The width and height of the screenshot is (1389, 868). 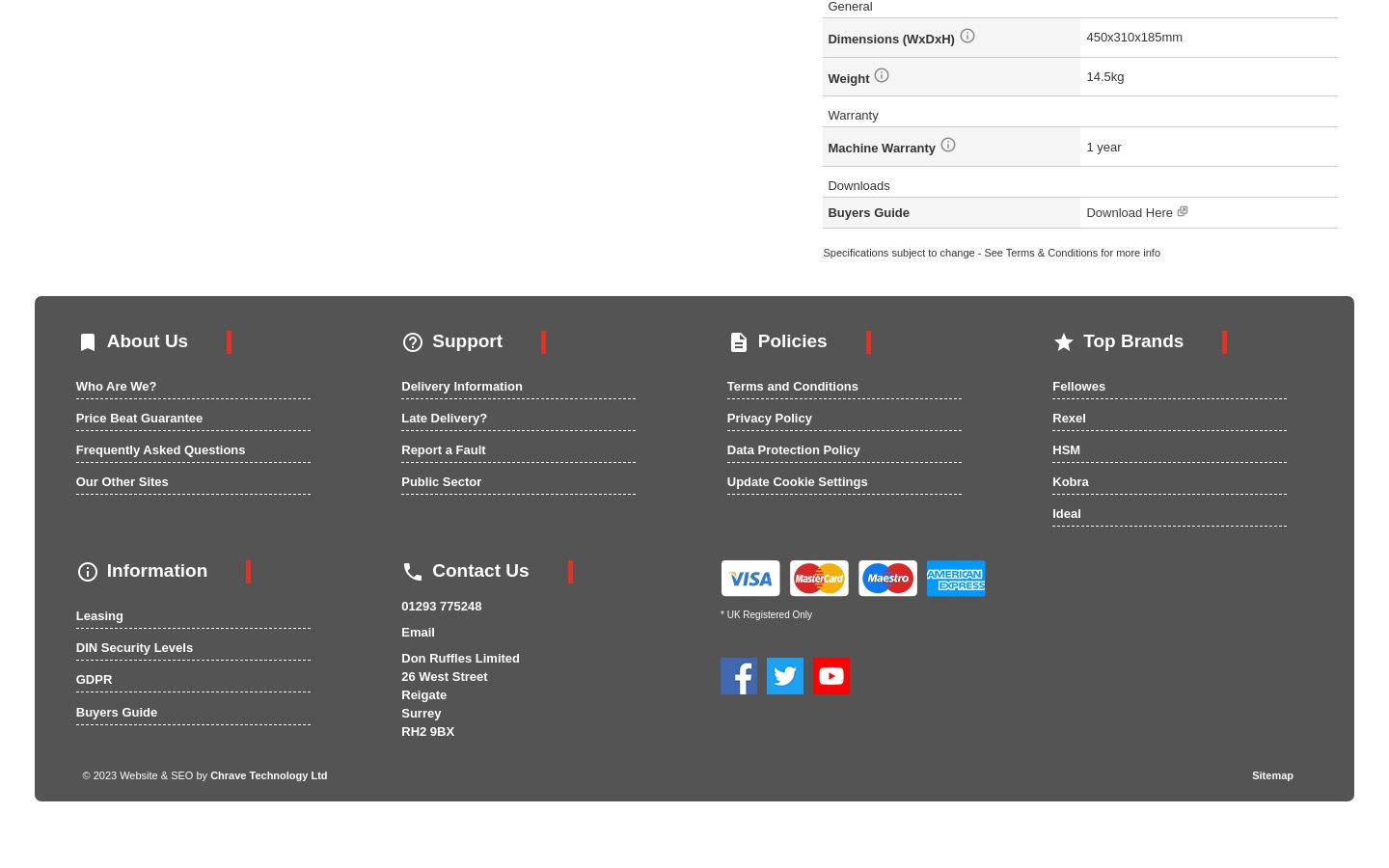 I want to click on '© 2023 Website & SEO by', so click(x=145, y=773).